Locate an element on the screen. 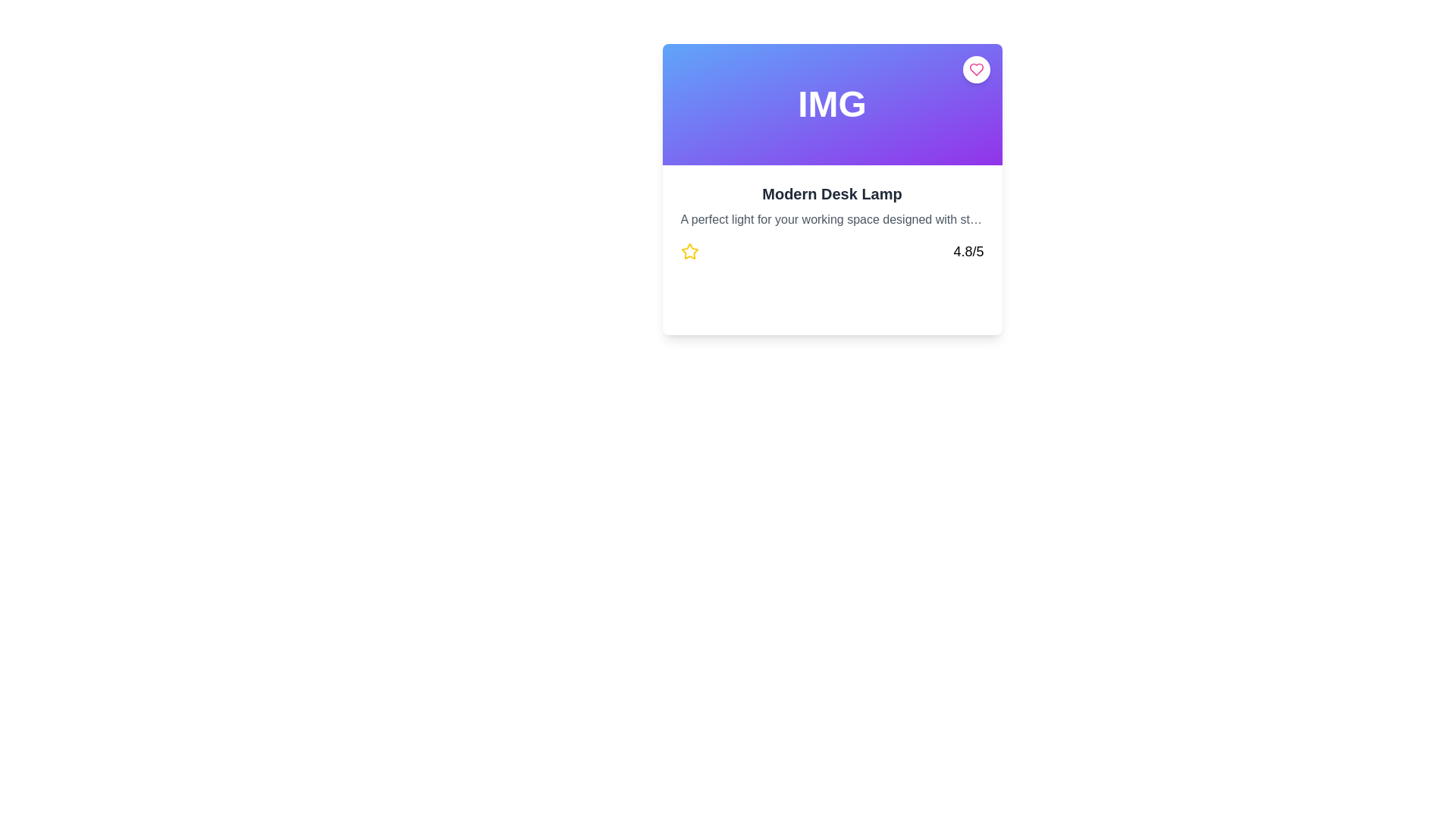  the call-to-action button located at the bottom center of the card layout, which is positioned directly below the star rating and to the left of the 'Details' link is located at coordinates (730, 307).